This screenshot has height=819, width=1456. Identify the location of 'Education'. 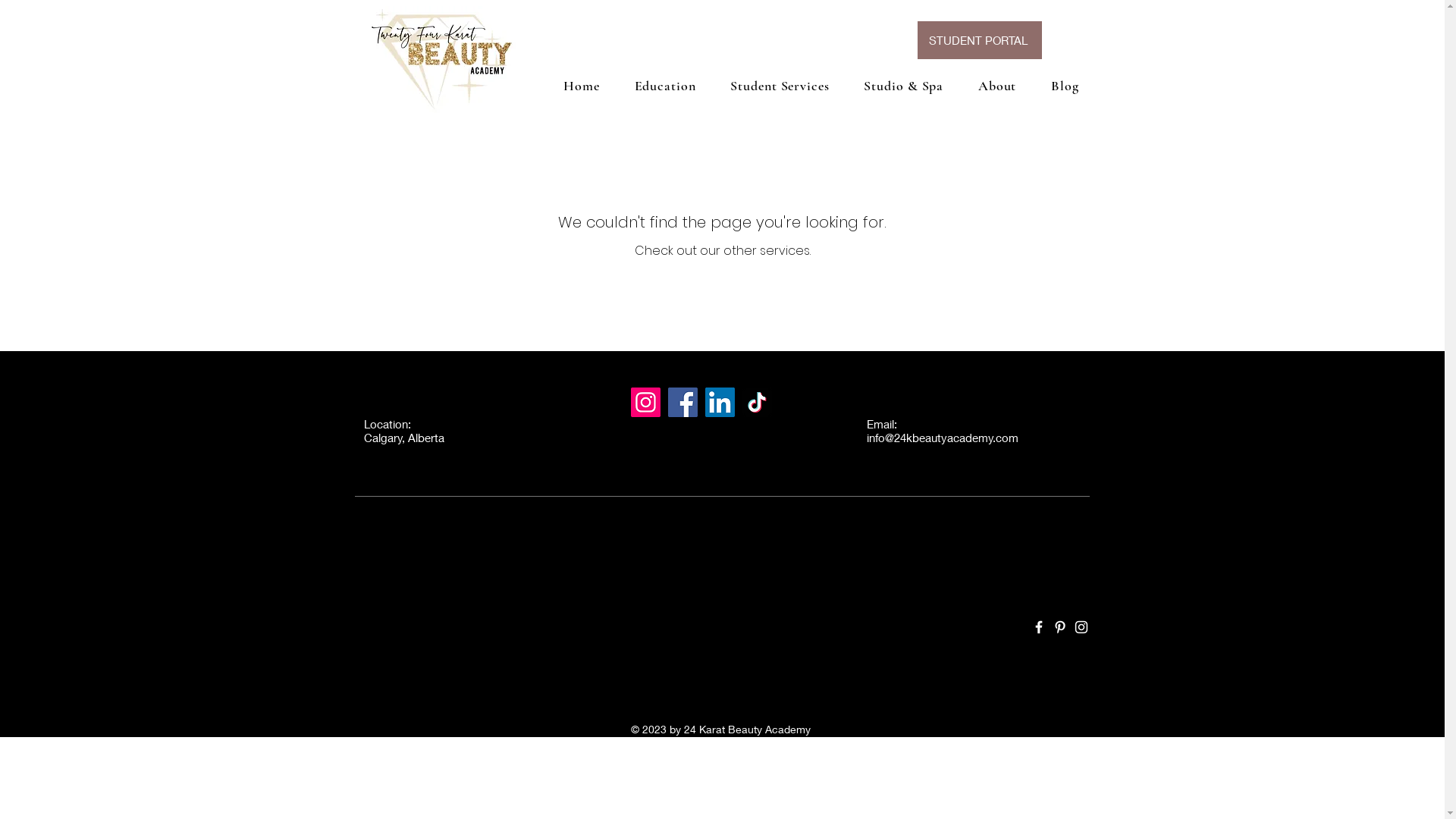
(665, 85).